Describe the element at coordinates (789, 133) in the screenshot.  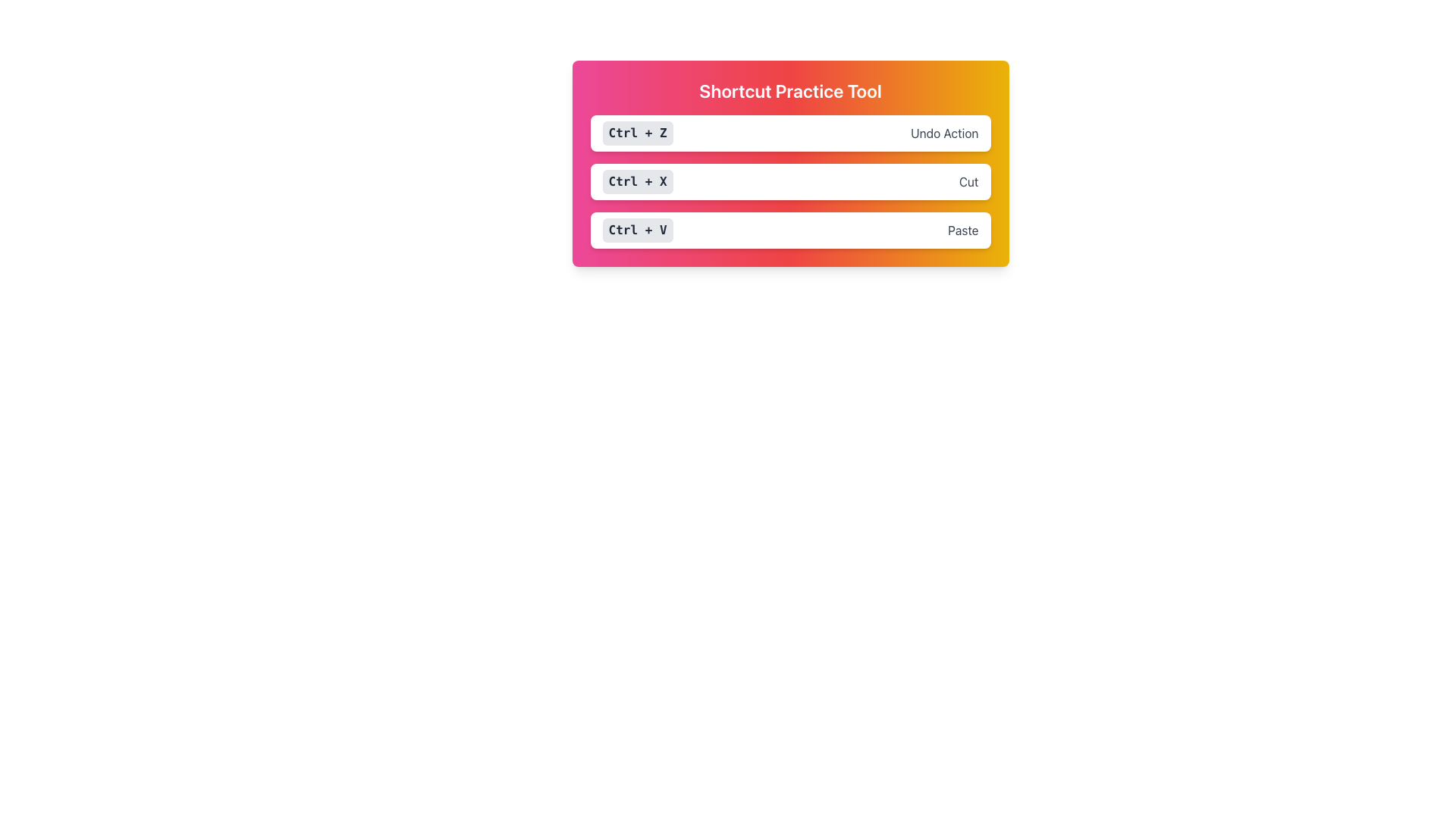
I see `the static display panel that shows the shortcut key combination 'Ctrl + Z' for undoing an action, which is the first element in a vertical stack of three similar elements` at that location.